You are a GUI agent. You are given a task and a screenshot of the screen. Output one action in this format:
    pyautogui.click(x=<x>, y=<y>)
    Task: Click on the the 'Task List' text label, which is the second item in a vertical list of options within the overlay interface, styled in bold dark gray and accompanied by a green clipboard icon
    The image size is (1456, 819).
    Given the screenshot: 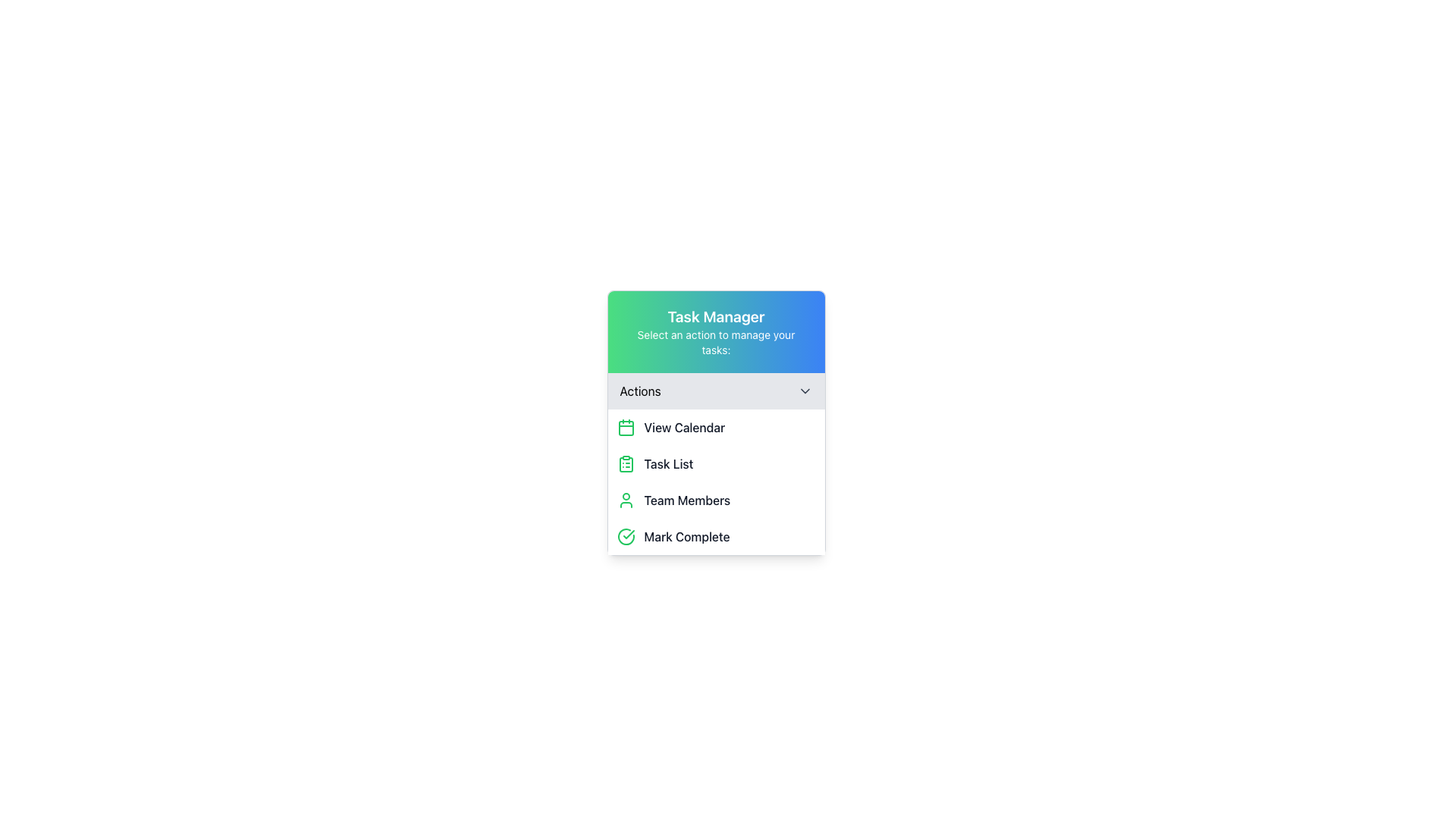 What is the action you would take?
    pyautogui.click(x=667, y=463)
    